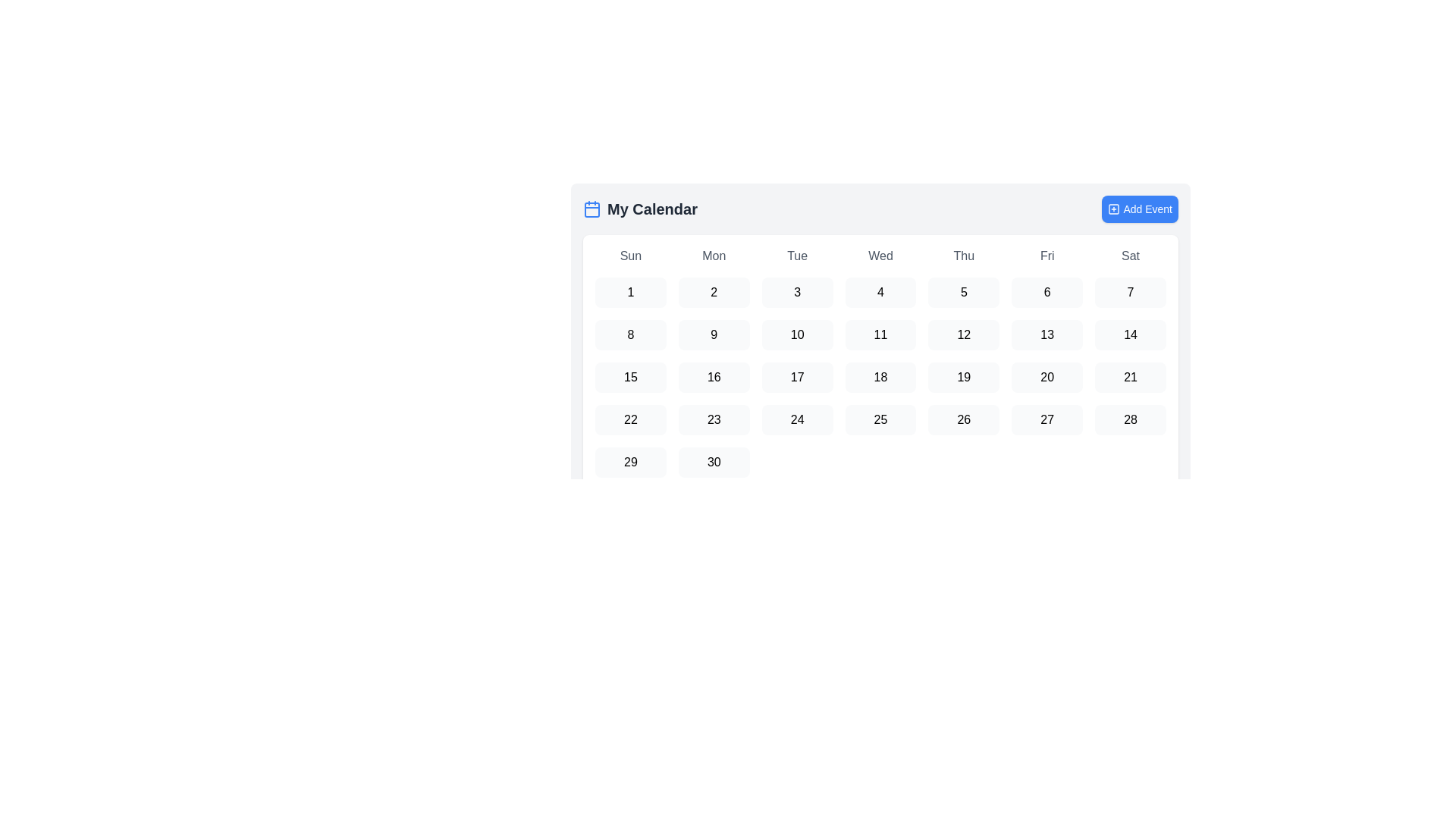 This screenshot has width=1456, height=819. I want to click on the text label displaying 'Wed' in the top row of the calendar layout, which is centered and gray in color, so click(880, 256).